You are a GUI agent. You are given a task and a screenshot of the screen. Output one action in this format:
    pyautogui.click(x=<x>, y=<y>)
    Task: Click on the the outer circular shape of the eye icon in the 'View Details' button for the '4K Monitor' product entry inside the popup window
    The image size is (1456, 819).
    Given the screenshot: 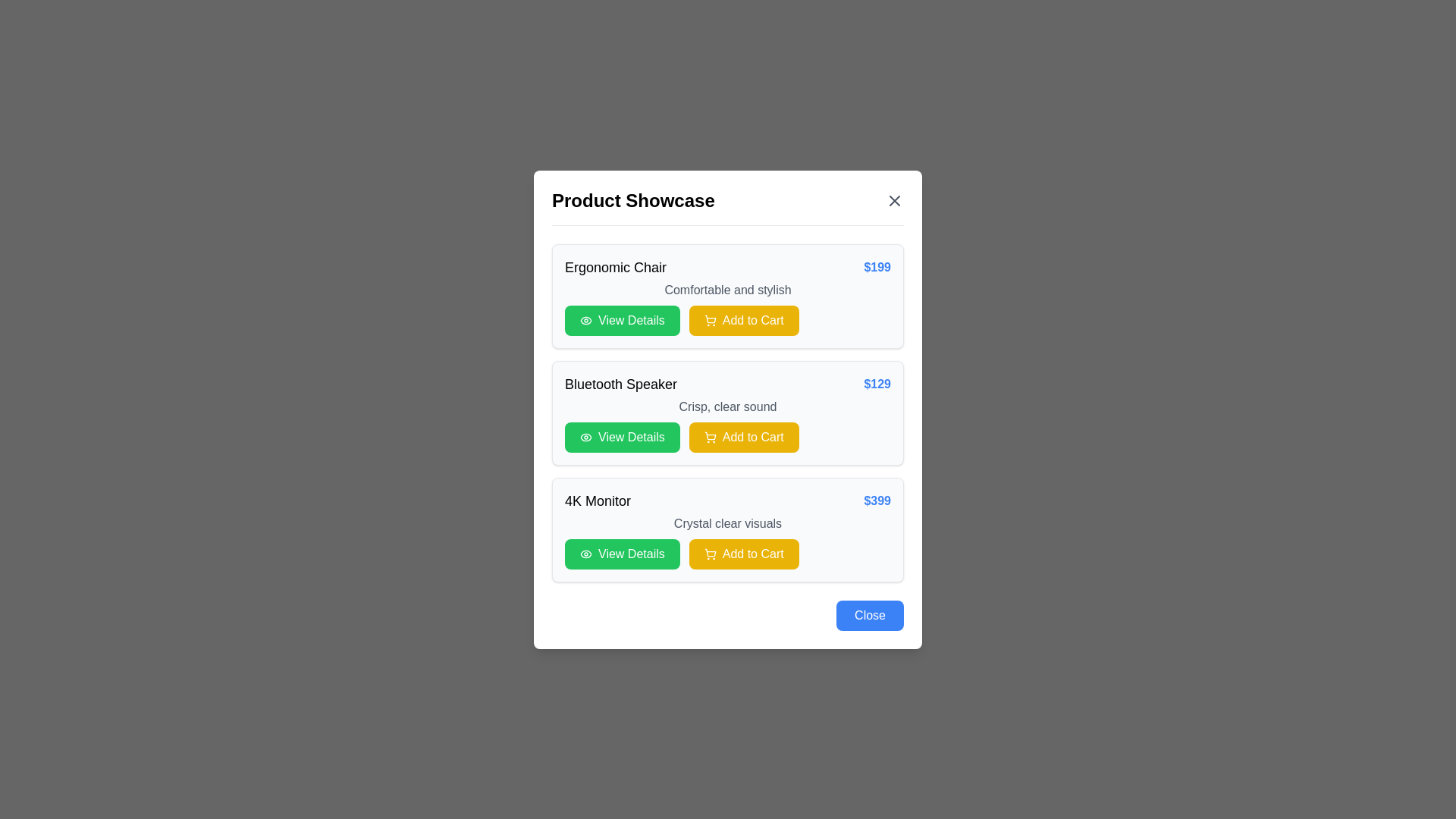 What is the action you would take?
    pyautogui.click(x=585, y=554)
    